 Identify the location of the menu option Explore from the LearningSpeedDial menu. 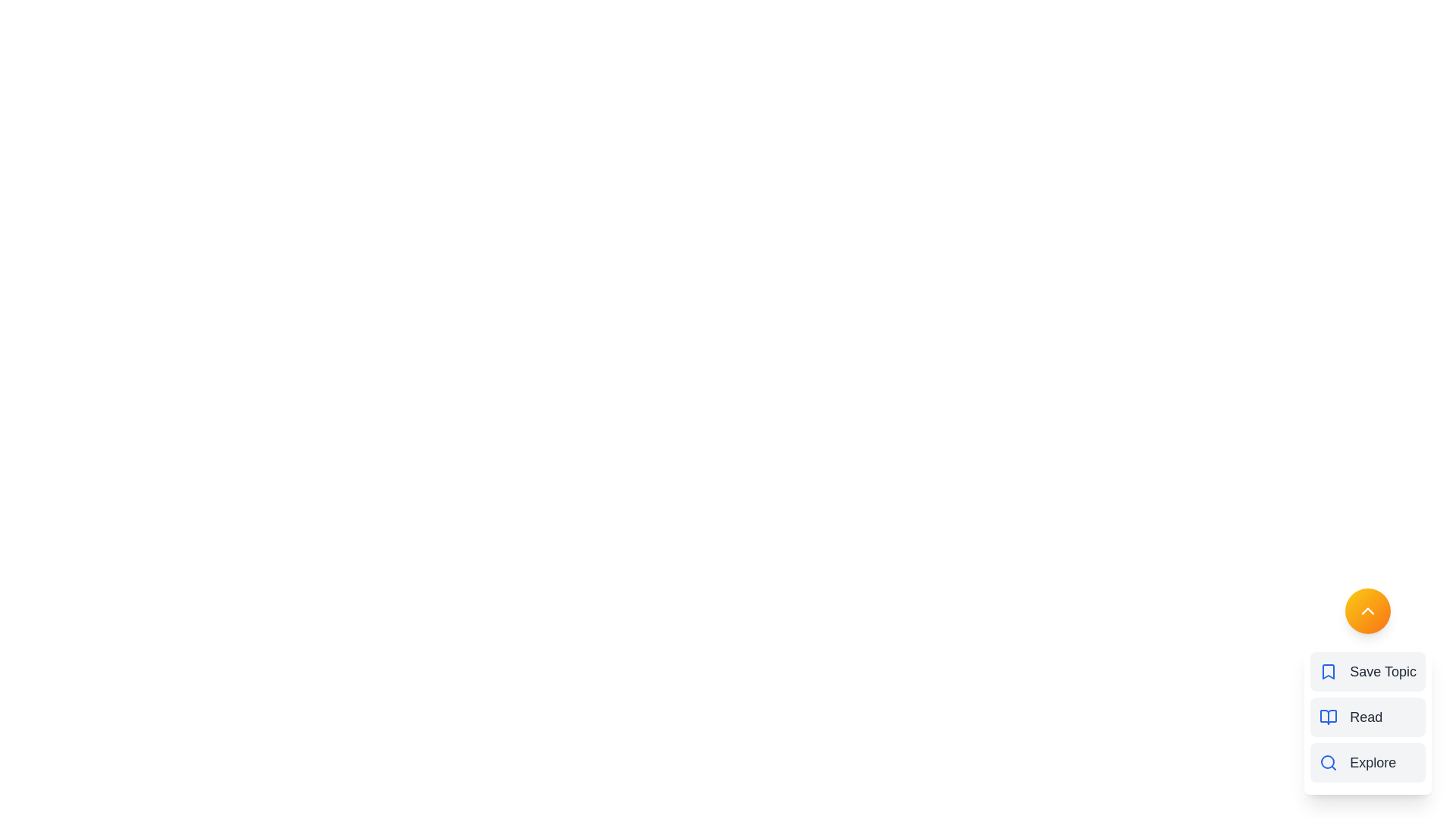
(1368, 763).